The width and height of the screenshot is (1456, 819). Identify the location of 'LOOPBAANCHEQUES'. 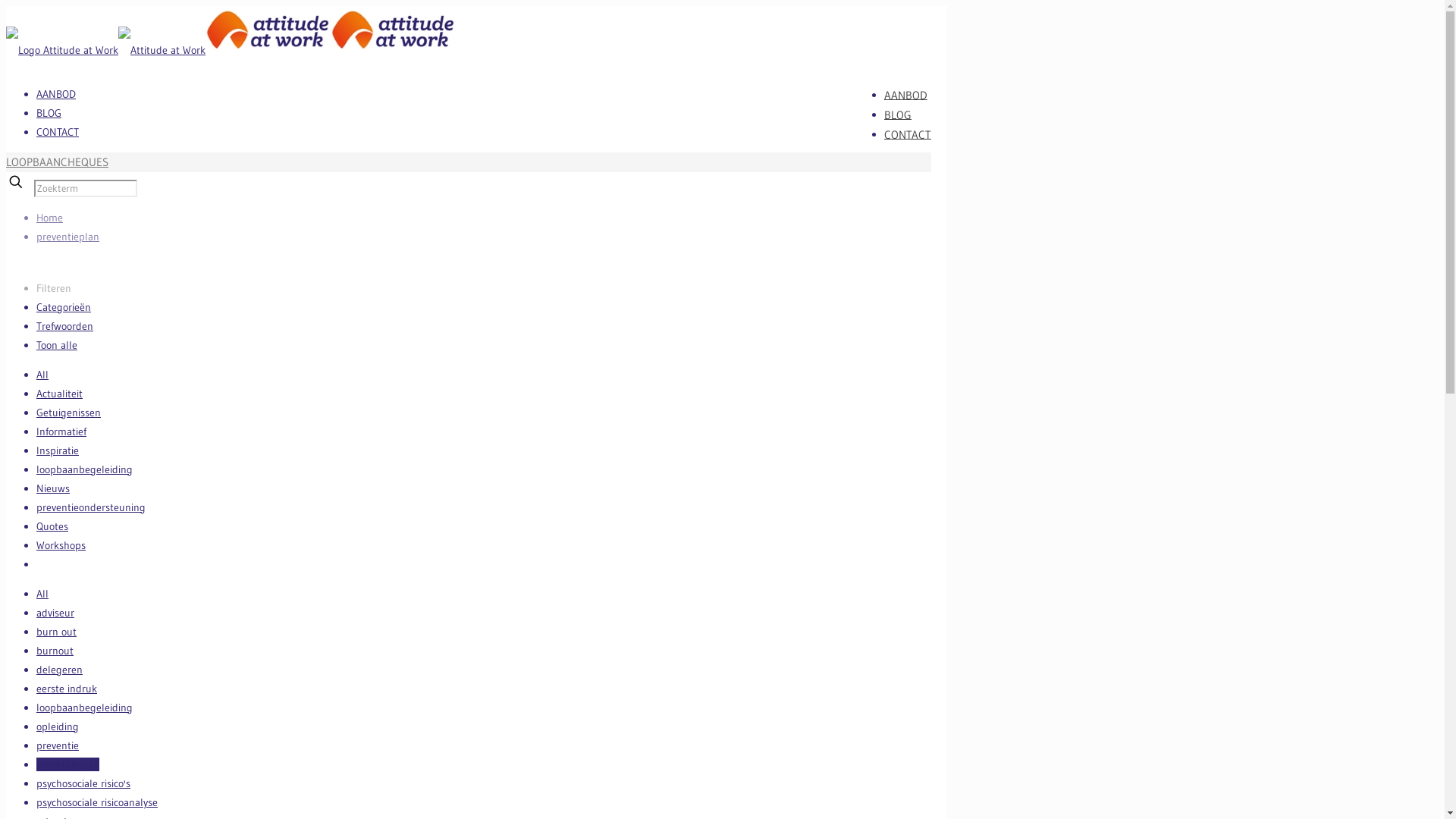
(57, 162).